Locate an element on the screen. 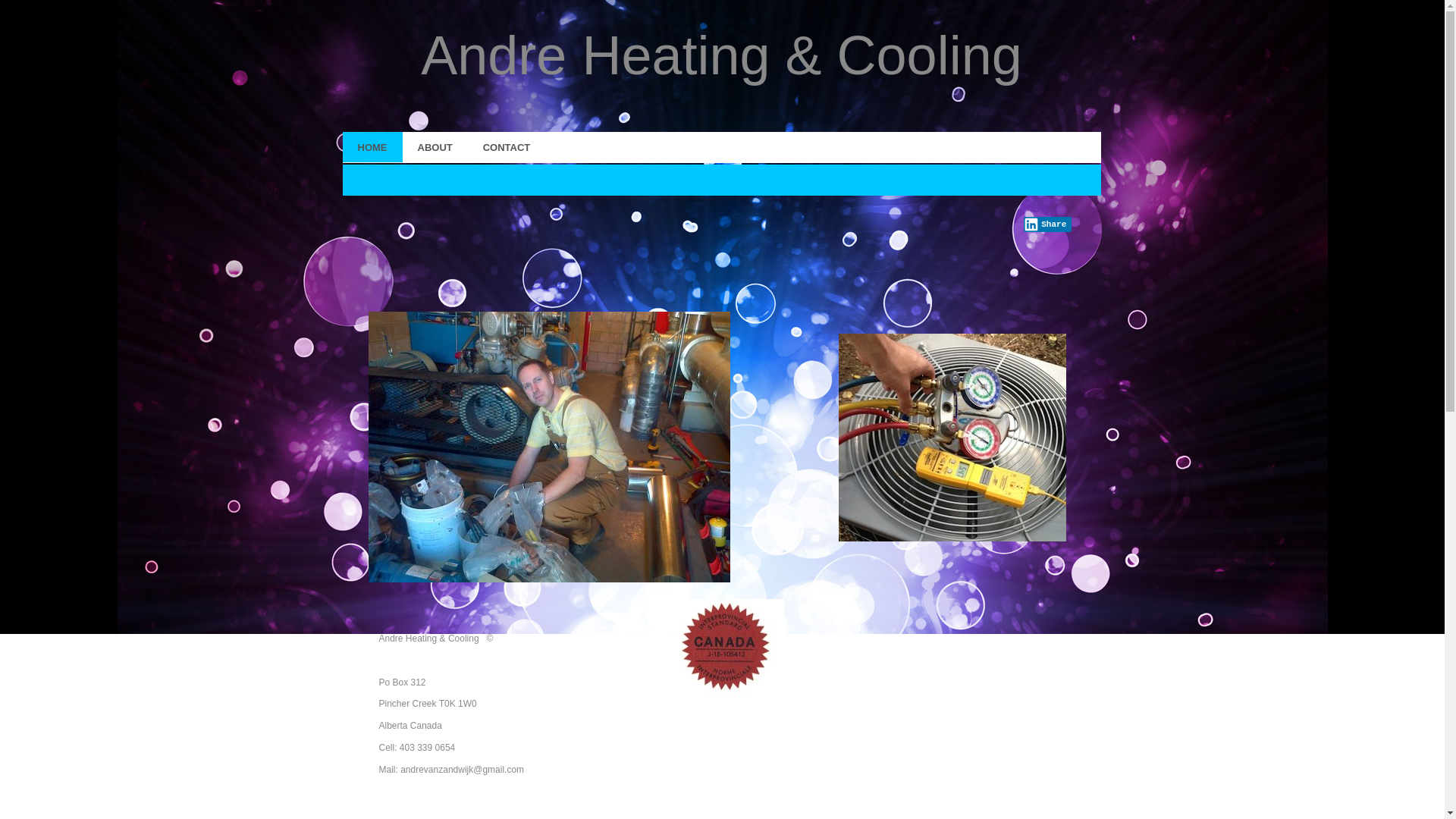  'ABOUT' is located at coordinates (433, 146).